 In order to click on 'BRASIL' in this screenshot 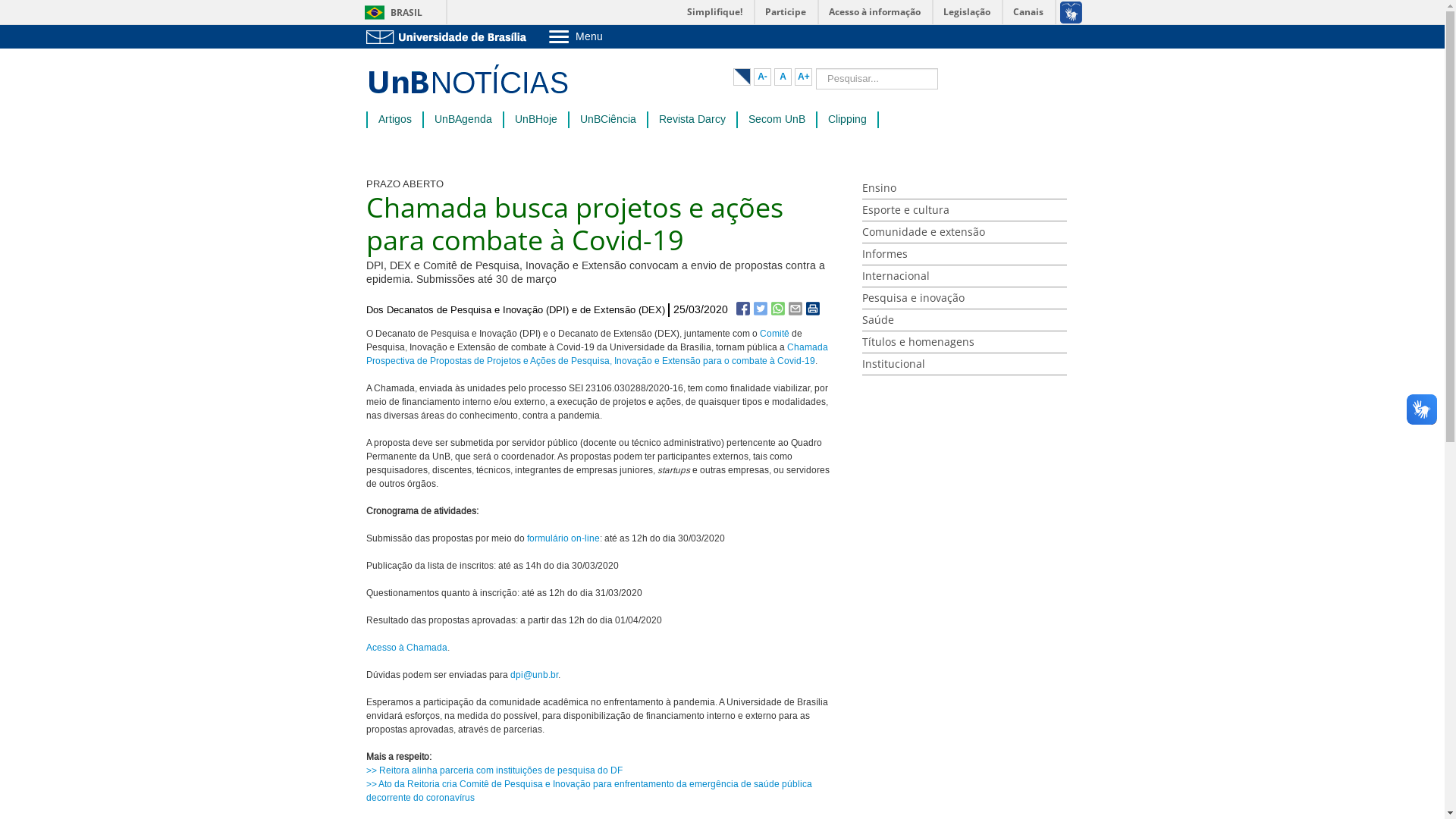, I will do `click(390, 12)`.